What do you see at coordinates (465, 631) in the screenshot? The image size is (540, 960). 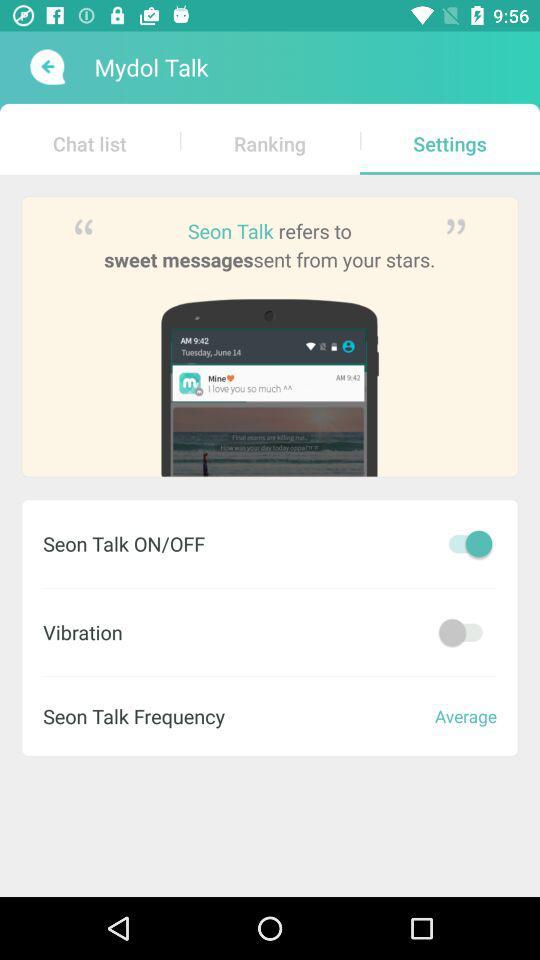 I see `off app` at bounding box center [465, 631].